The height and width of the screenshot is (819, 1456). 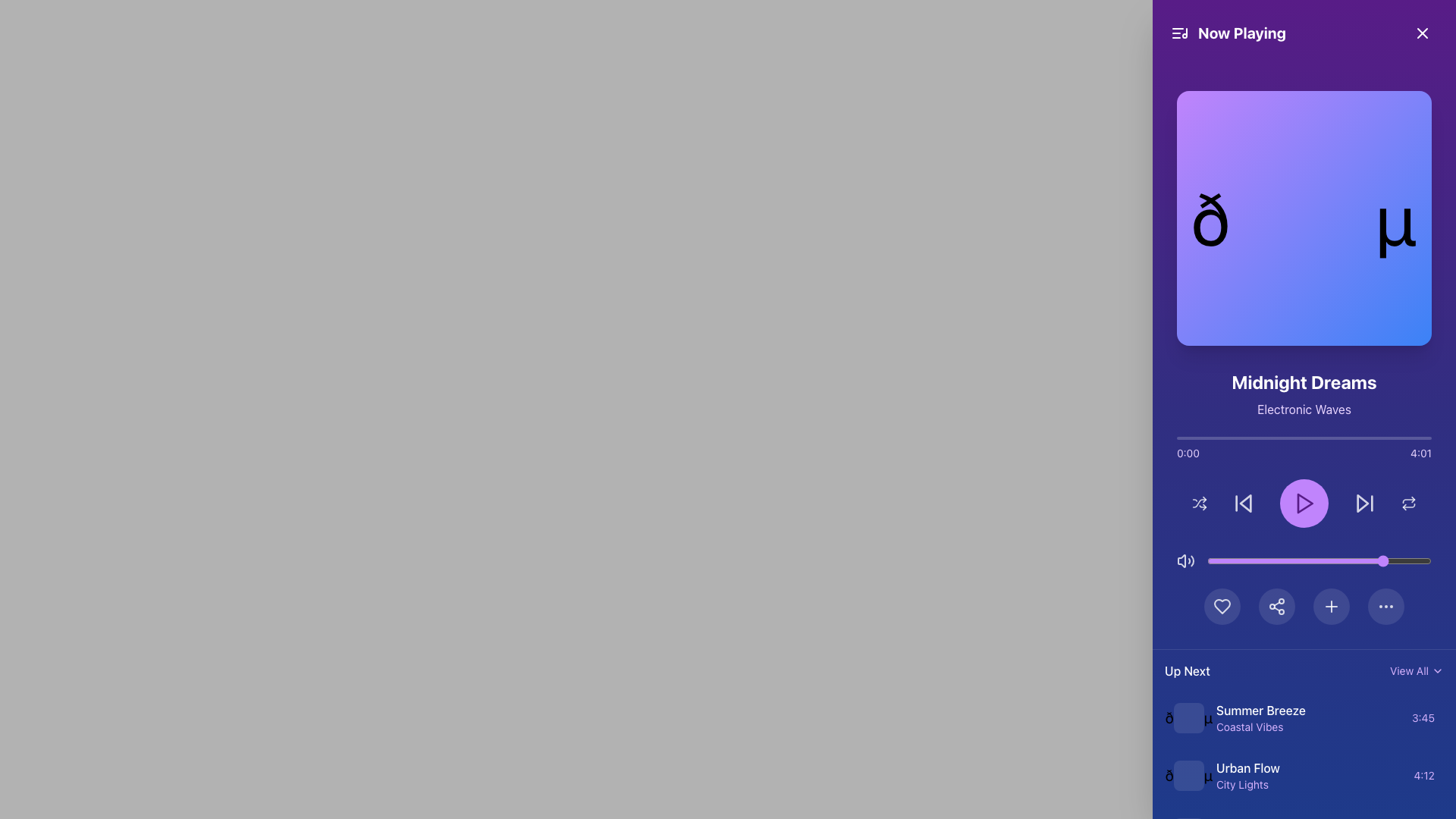 What do you see at coordinates (1303, 438) in the screenshot?
I see `the progress bar indicating the playback progress of the current media track to modify playback position` at bounding box center [1303, 438].